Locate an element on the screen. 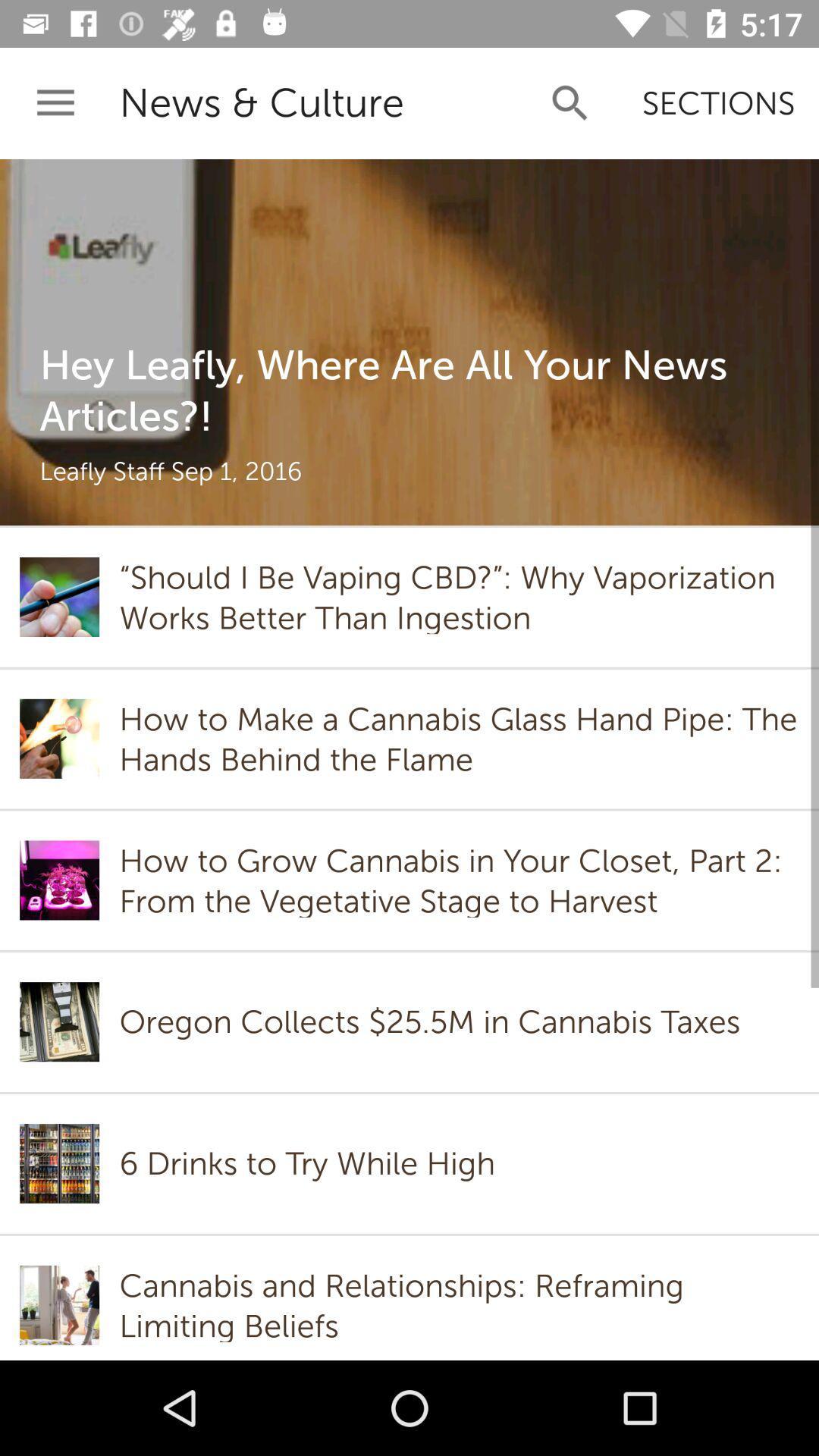 The width and height of the screenshot is (819, 1456). the oregon collects 25 icon is located at coordinates (434, 1021).